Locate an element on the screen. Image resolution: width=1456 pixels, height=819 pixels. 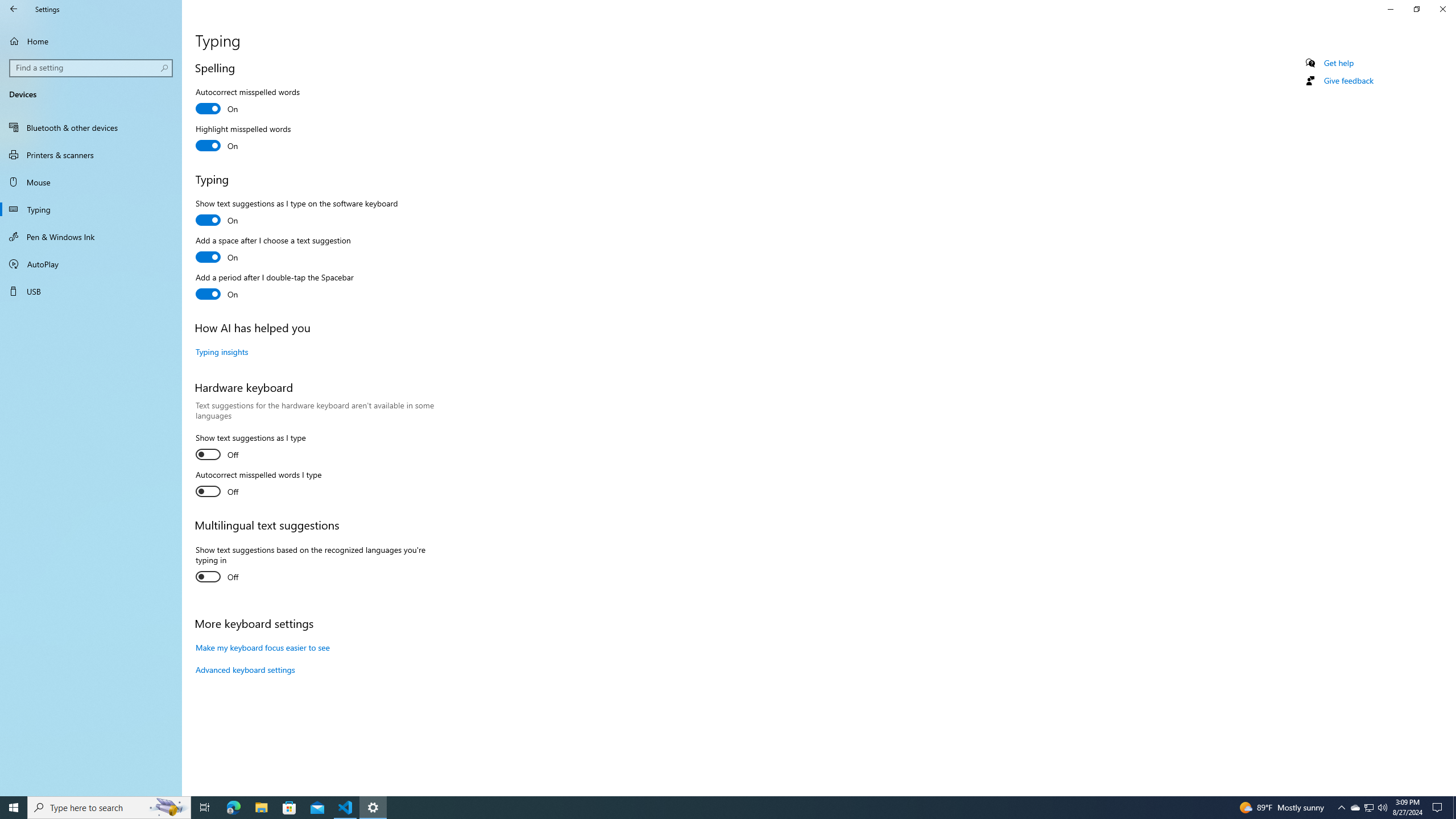
'Mouse' is located at coordinates (90, 181).